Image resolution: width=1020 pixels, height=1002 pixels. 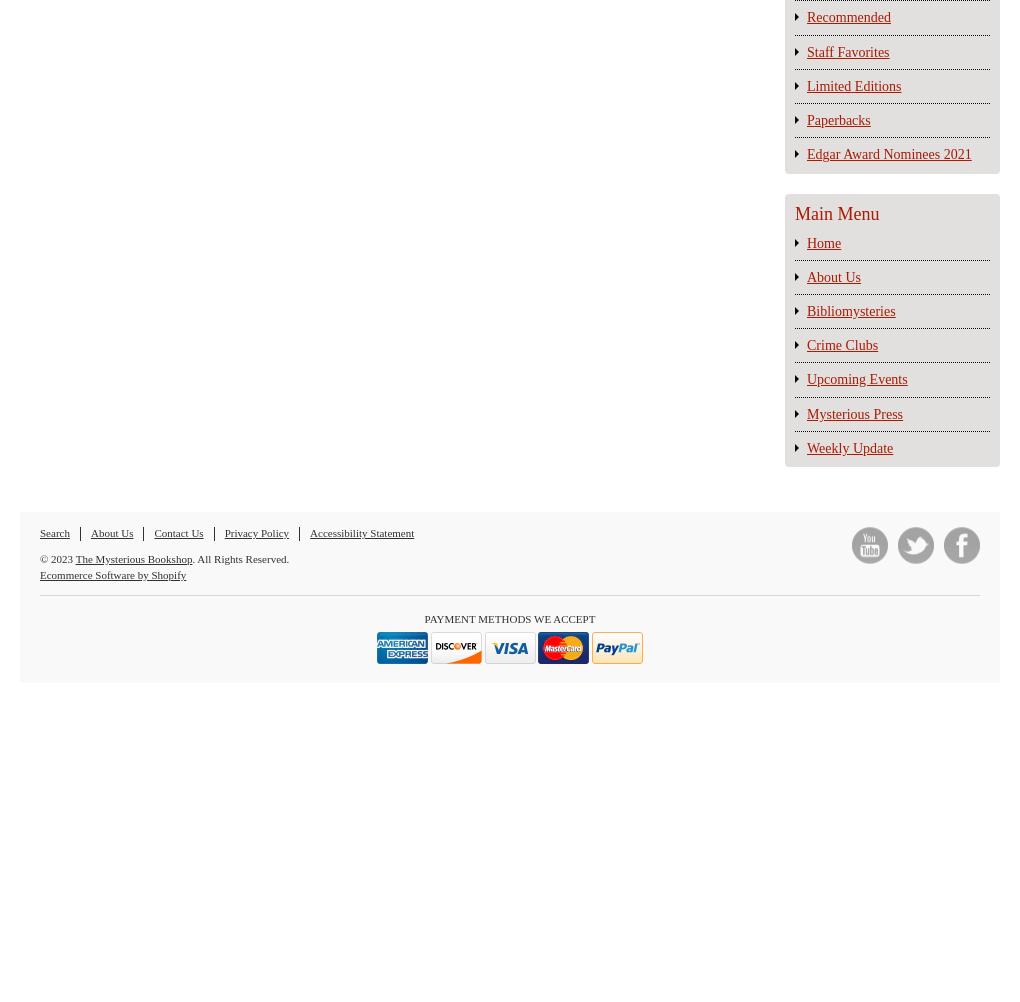 What do you see at coordinates (806, 119) in the screenshot?
I see `'Paperbacks'` at bounding box center [806, 119].